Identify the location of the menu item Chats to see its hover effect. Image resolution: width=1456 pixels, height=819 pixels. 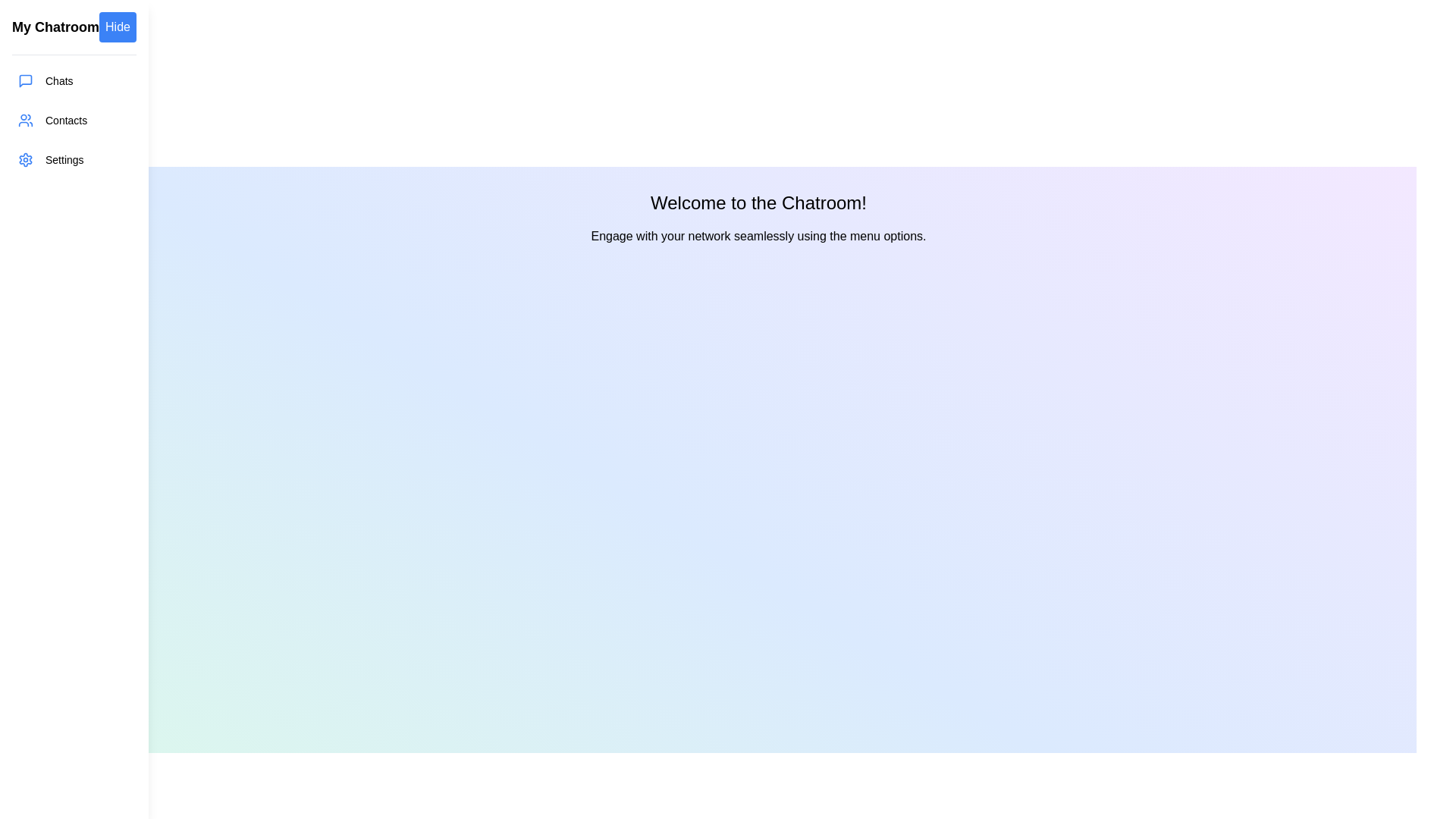
(73, 81).